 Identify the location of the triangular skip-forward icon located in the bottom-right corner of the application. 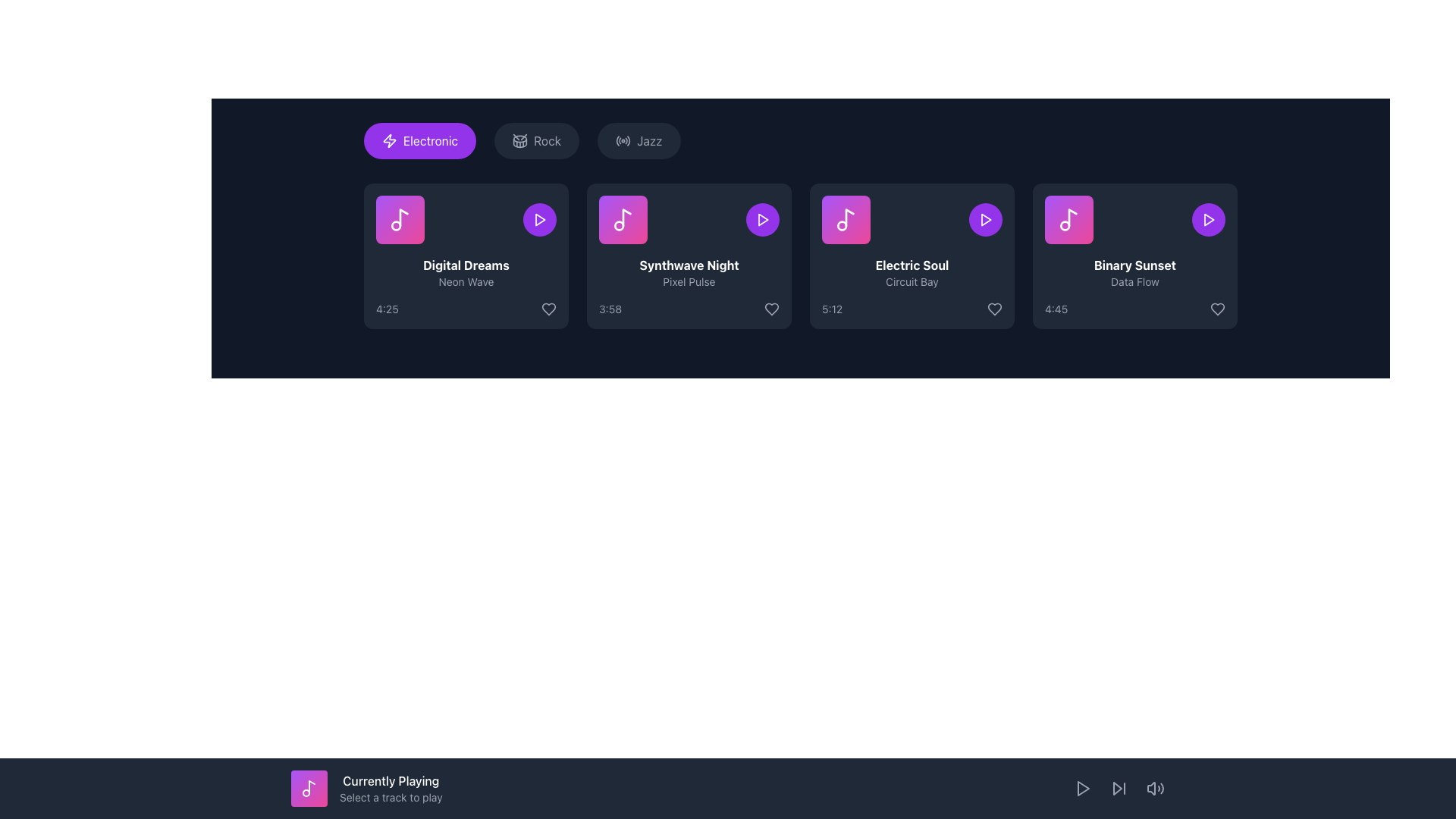
(1117, 788).